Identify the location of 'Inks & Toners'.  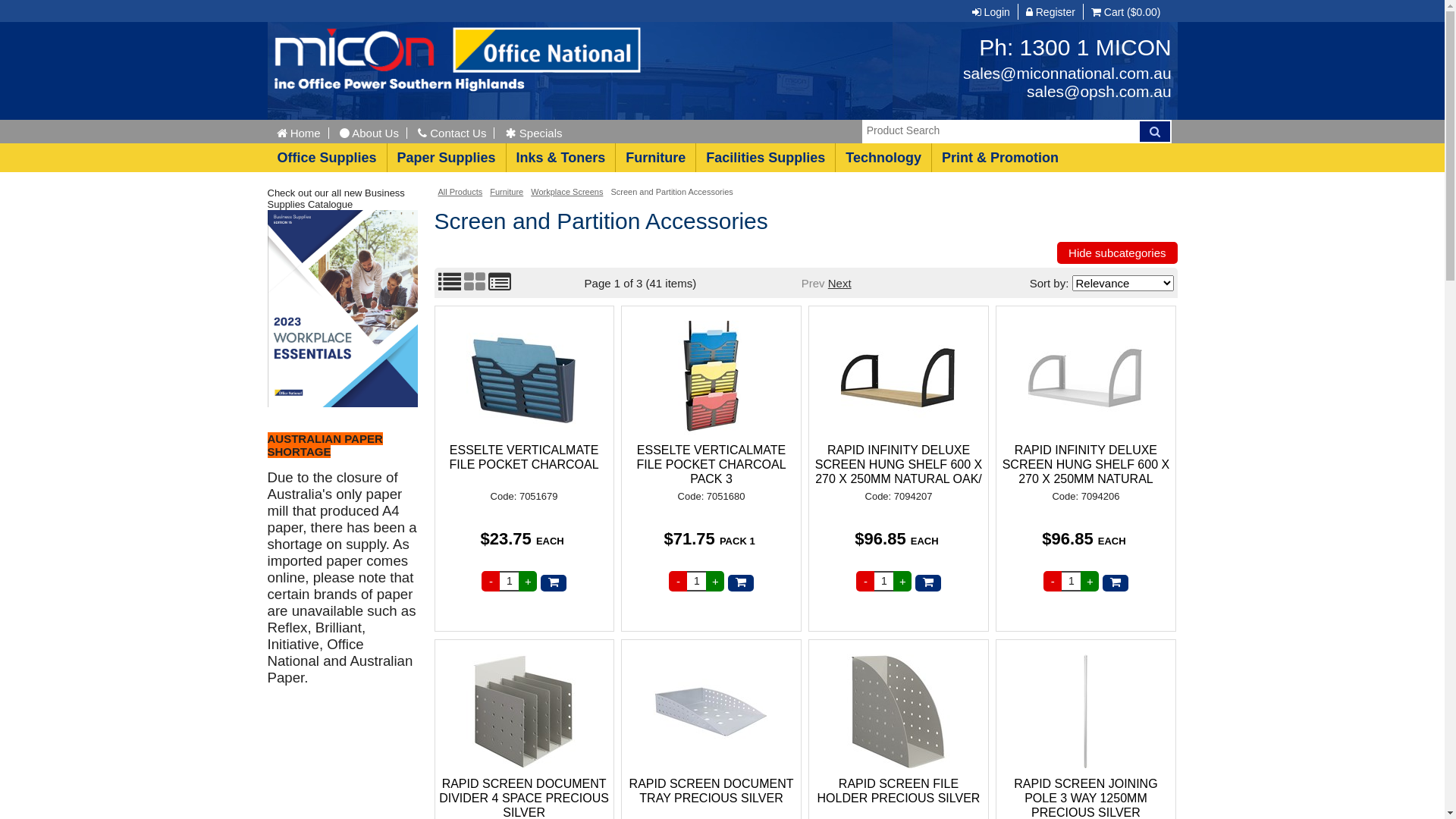
(560, 158).